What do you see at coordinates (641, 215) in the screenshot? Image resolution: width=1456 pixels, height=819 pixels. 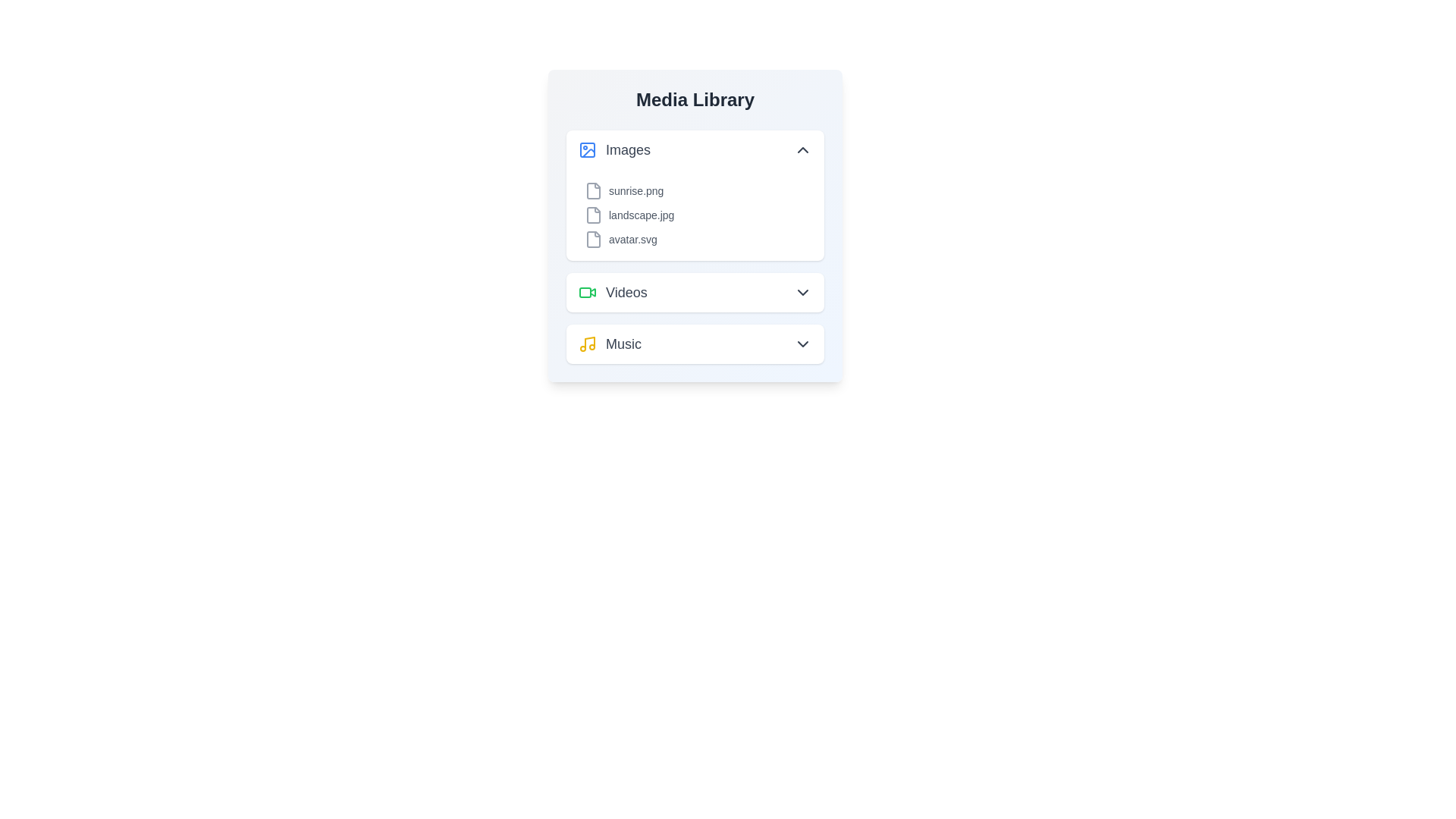 I see `the text label for the file 'landscape.jpg' located in the 'Images' section of the media library` at bounding box center [641, 215].